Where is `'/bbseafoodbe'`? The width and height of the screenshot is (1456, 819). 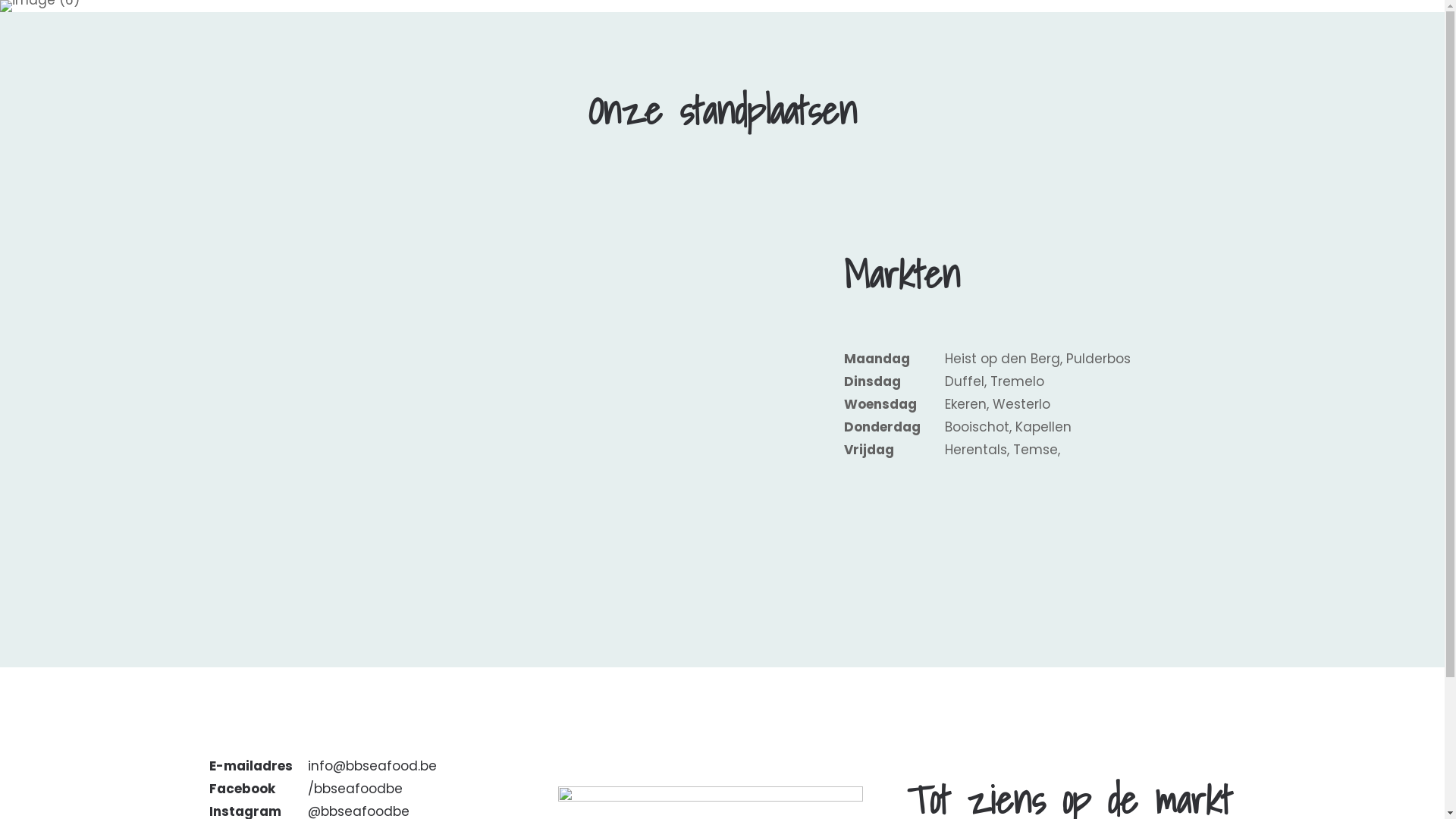 '/bbseafoodbe' is located at coordinates (354, 788).